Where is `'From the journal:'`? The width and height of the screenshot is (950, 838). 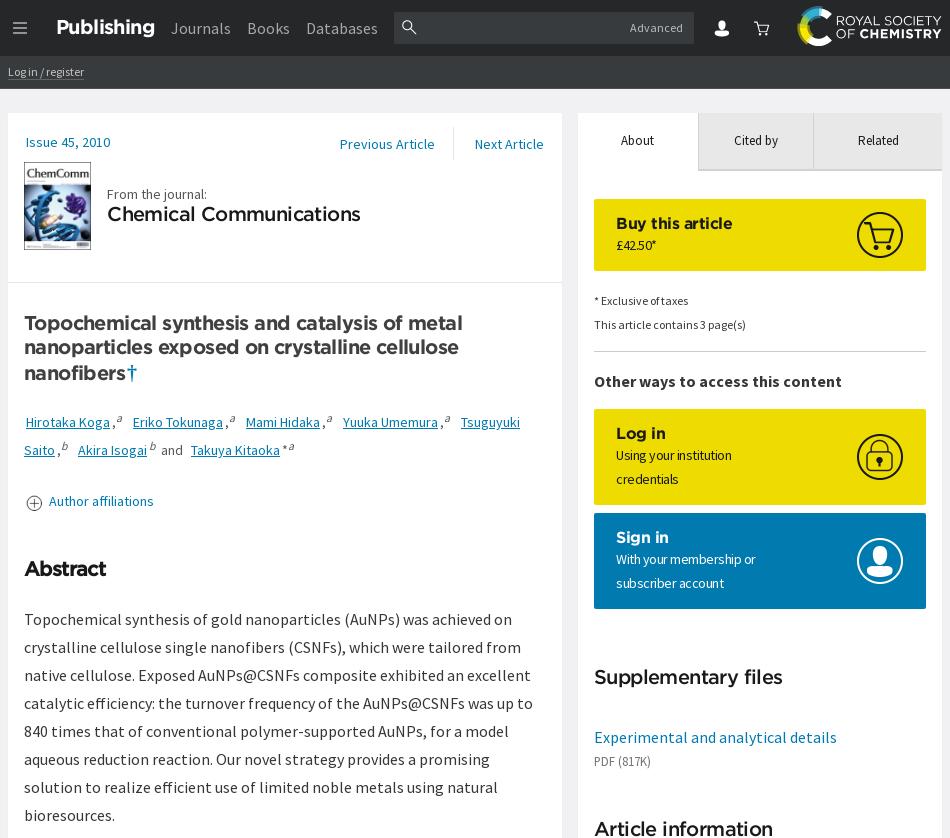 'From the journal:' is located at coordinates (157, 193).